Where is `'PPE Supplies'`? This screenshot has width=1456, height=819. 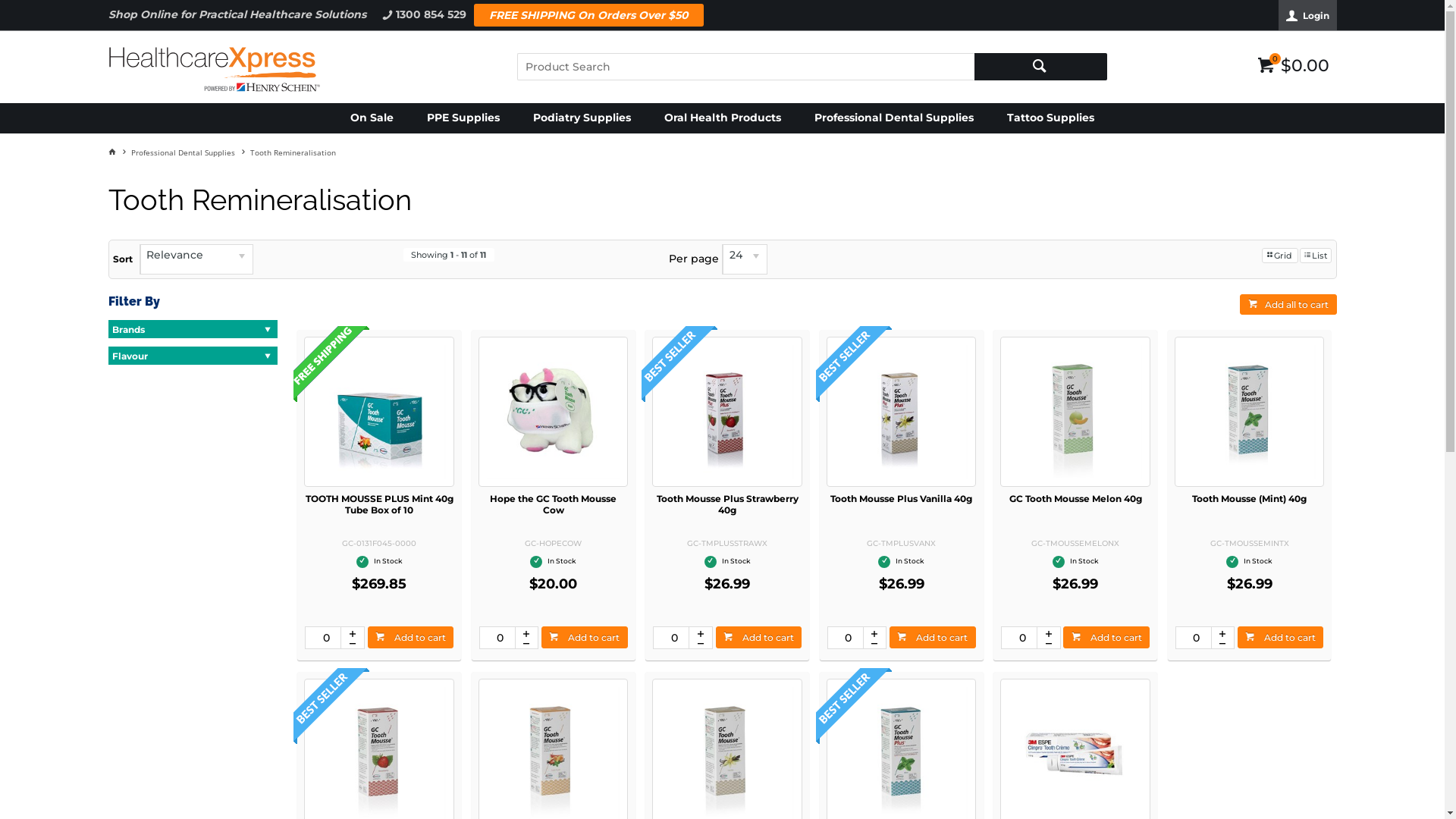
'PPE Supplies' is located at coordinates (462, 117).